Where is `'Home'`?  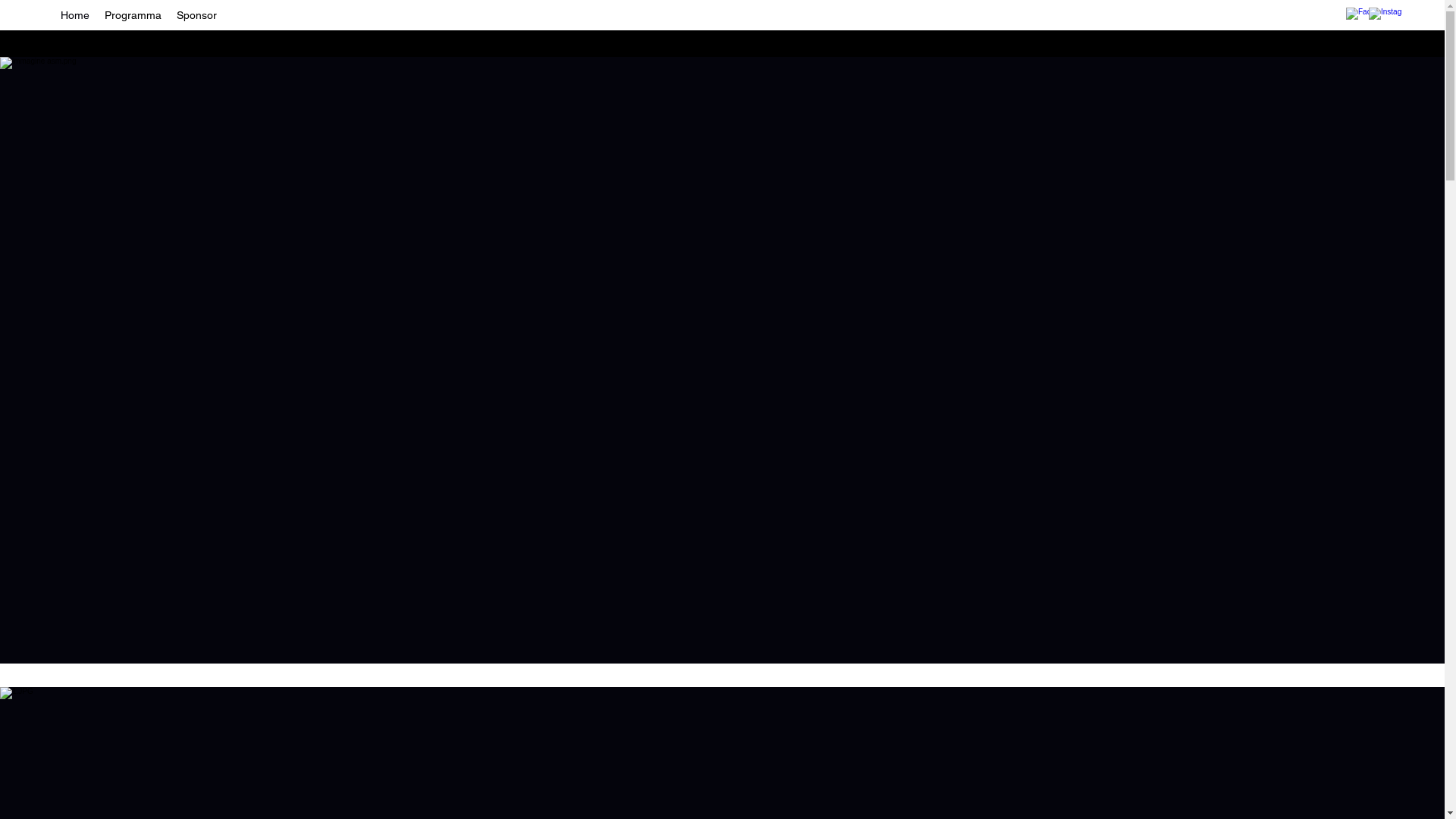 'Home' is located at coordinates (53, 14).